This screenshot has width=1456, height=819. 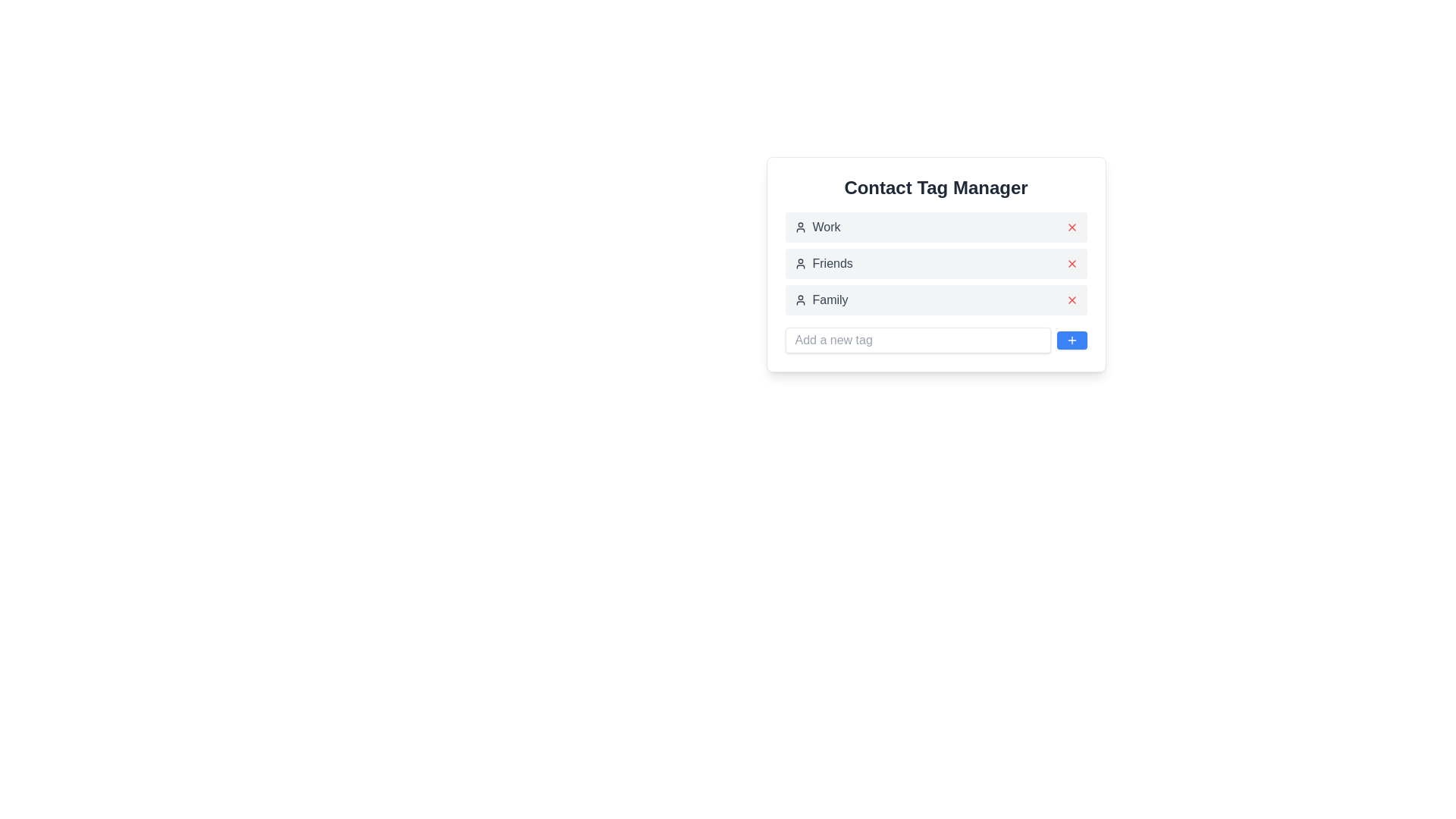 I want to click on the close button represented by a red 'X' icon, positioned to the right of the 'Work' tag text, so click(x=1071, y=227).